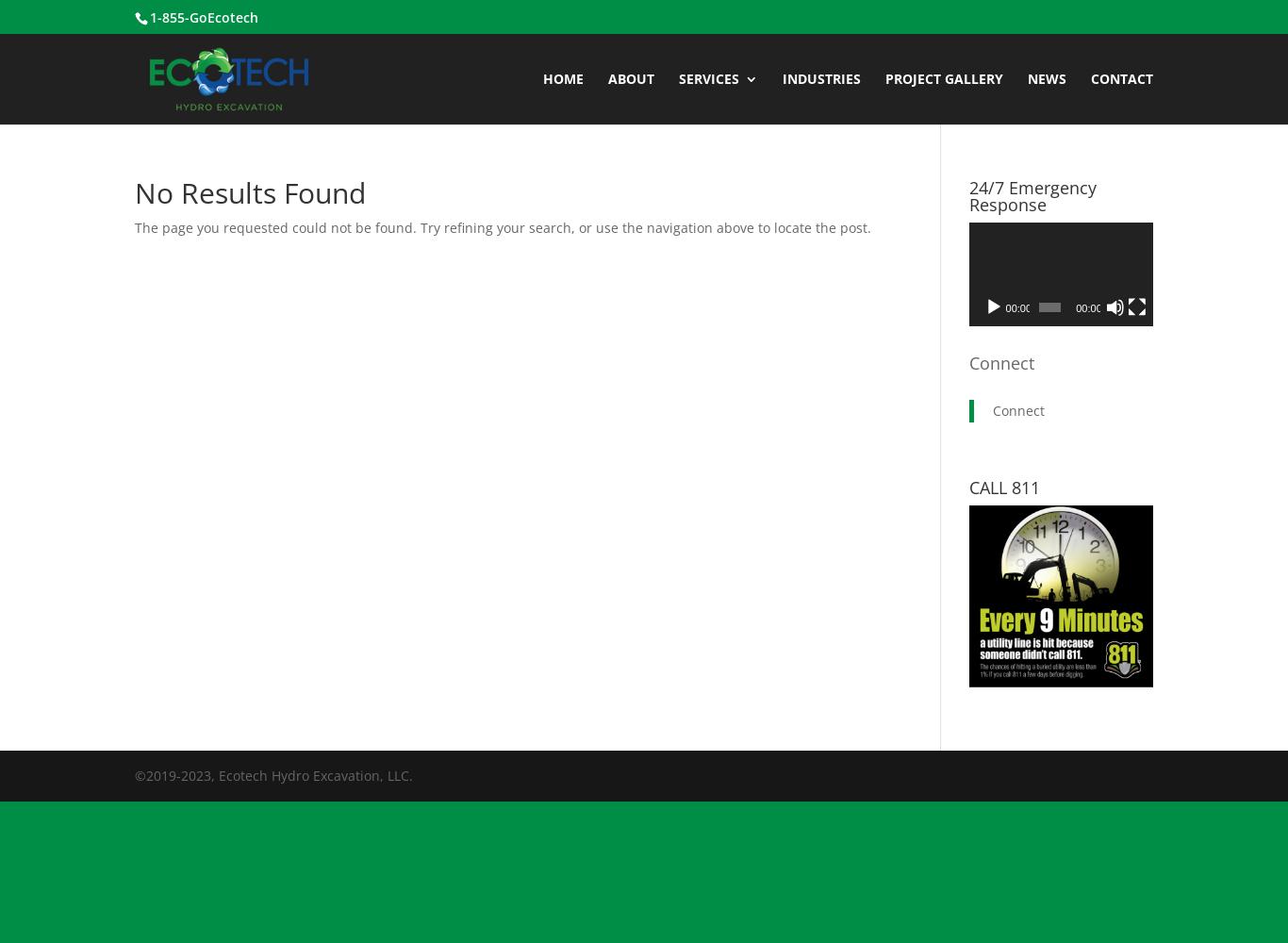 The width and height of the screenshot is (1288, 943). What do you see at coordinates (1003, 492) in the screenshot?
I see `'Bulk Excavation'` at bounding box center [1003, 492].